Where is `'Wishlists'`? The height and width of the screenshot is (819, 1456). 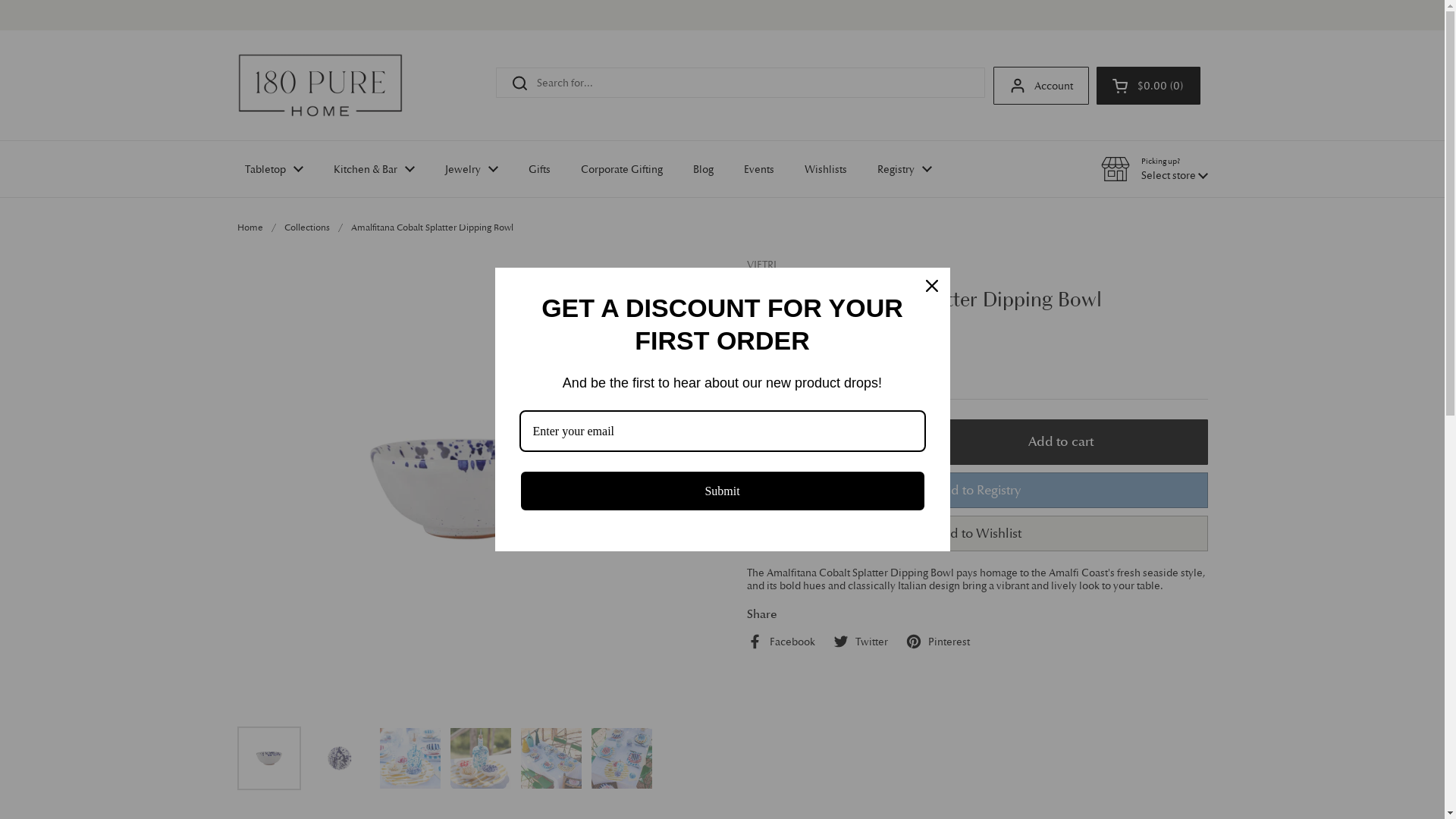
'Wishlists' is located at coordinates (824, 169).